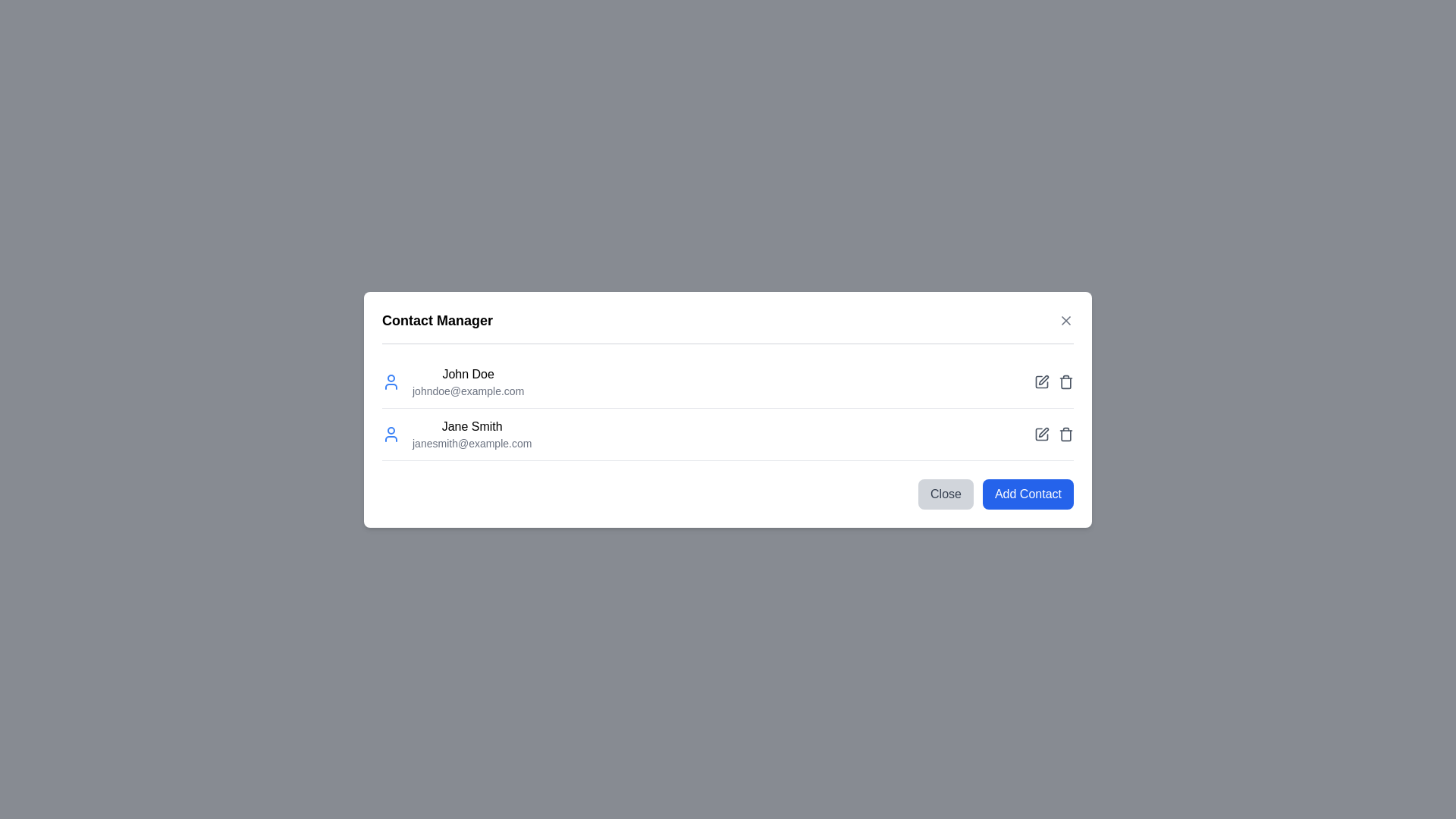 This screenshot has width=1456, height=819. Describe the element at coordinates (456, 434) in the screenshot. I see `the second contact item in the 'Contact Manager' dialog box to possibly see details about the contact` at that location.